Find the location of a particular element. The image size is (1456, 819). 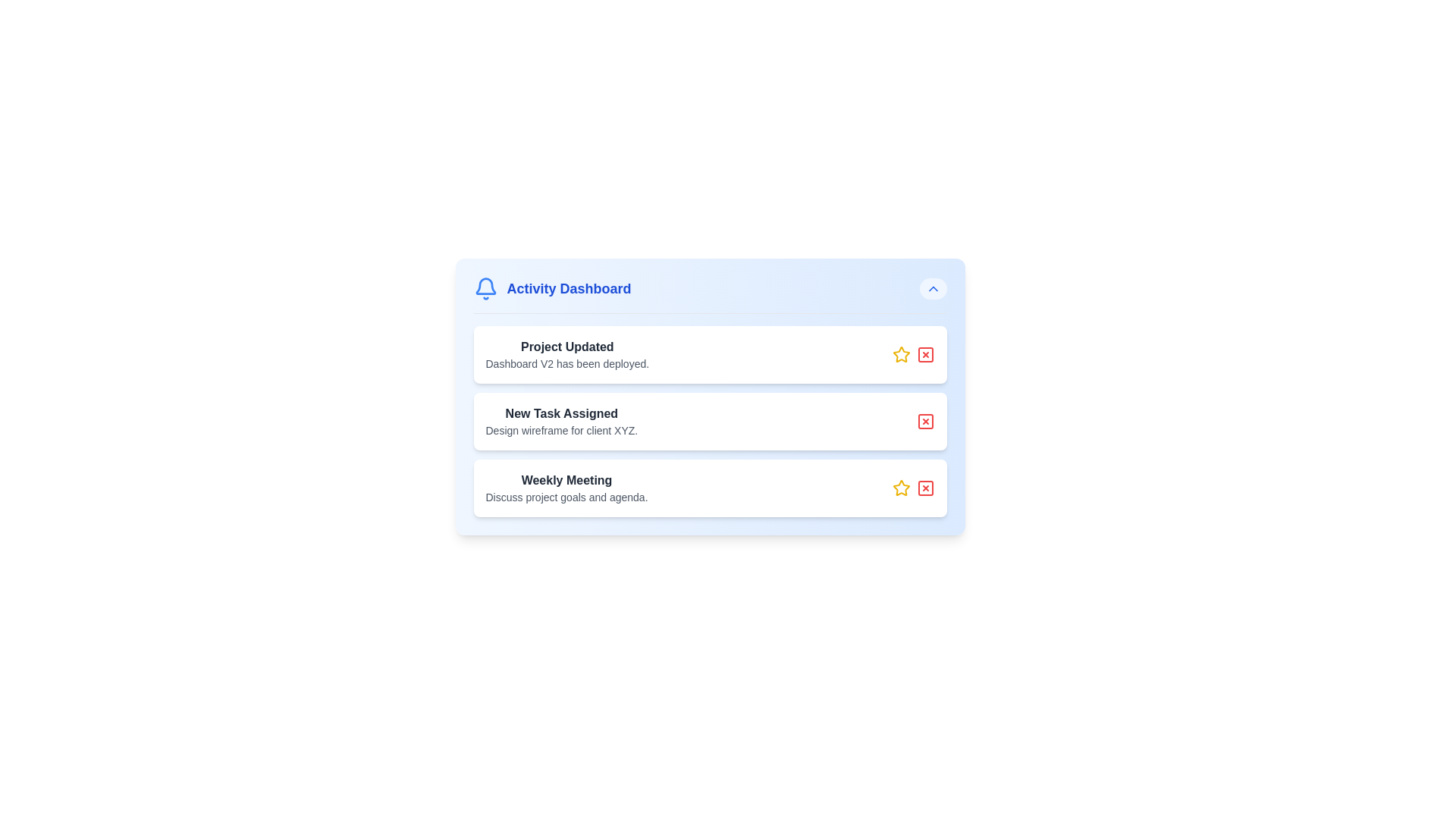

the Text Block that serves as a notification or status update about a project deployment, located under the 'Activity Dashboard' header is located at coordinates (566, 354).